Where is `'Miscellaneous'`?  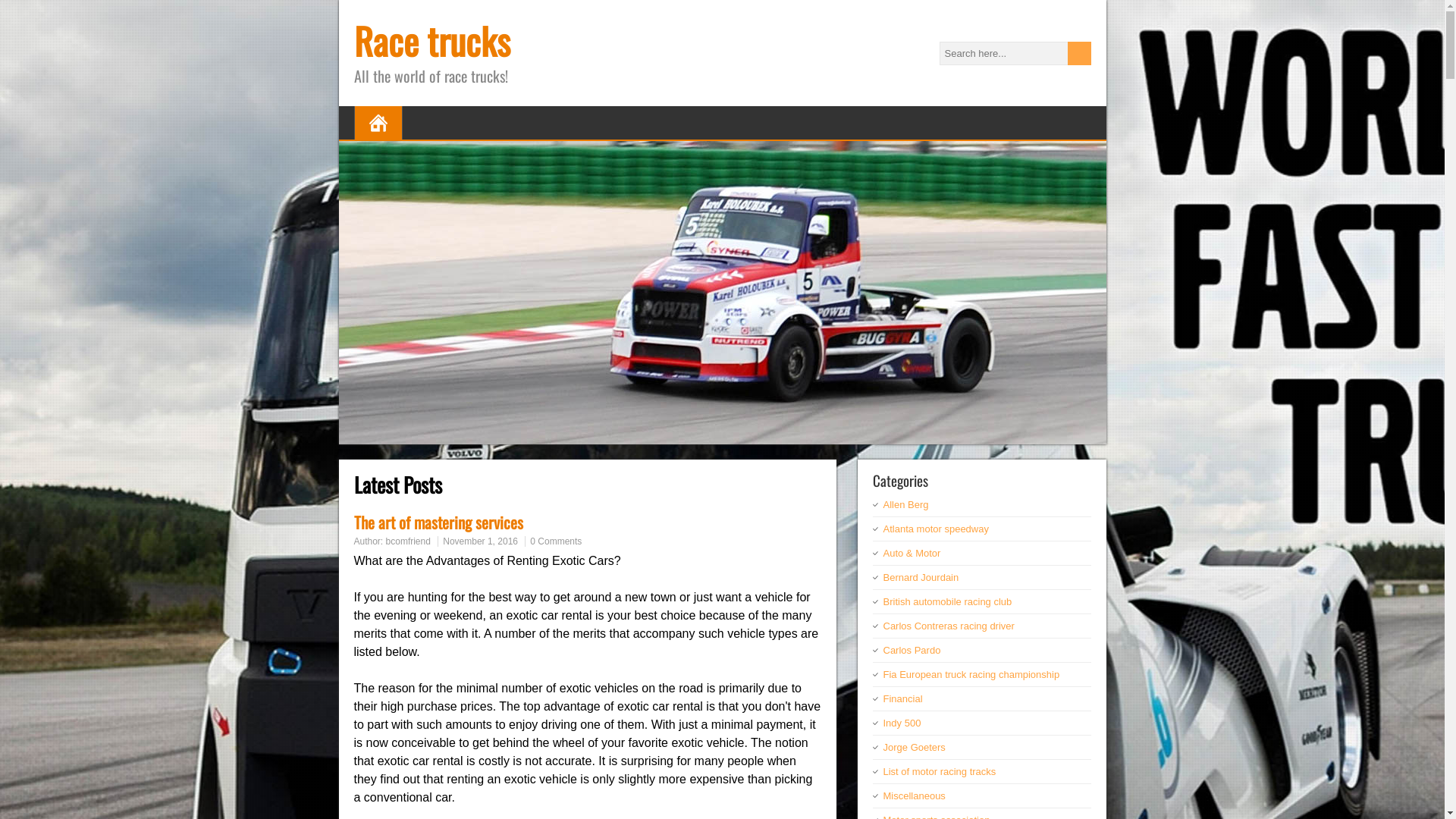
'Miscellaneous' is located at coordinates (912, 795).